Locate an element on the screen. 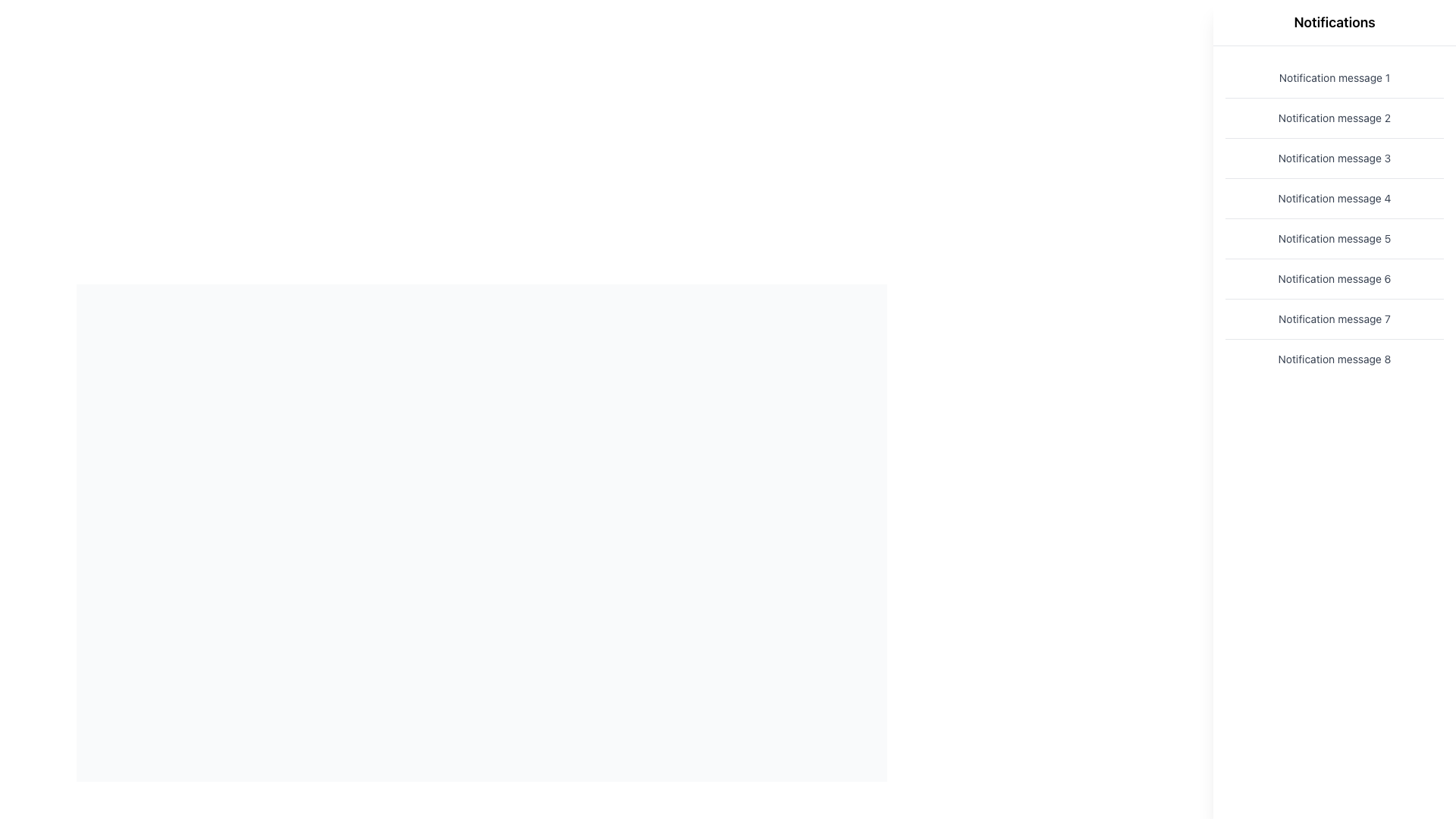 Image resolution: width=1456 pixels, height=819 pixels. the seventh notification message in the vertical list located on the right side of the interface, positioned beneath 'Notification message 6' and above 'Notification message 8' is located at coordinates (1335, 318).